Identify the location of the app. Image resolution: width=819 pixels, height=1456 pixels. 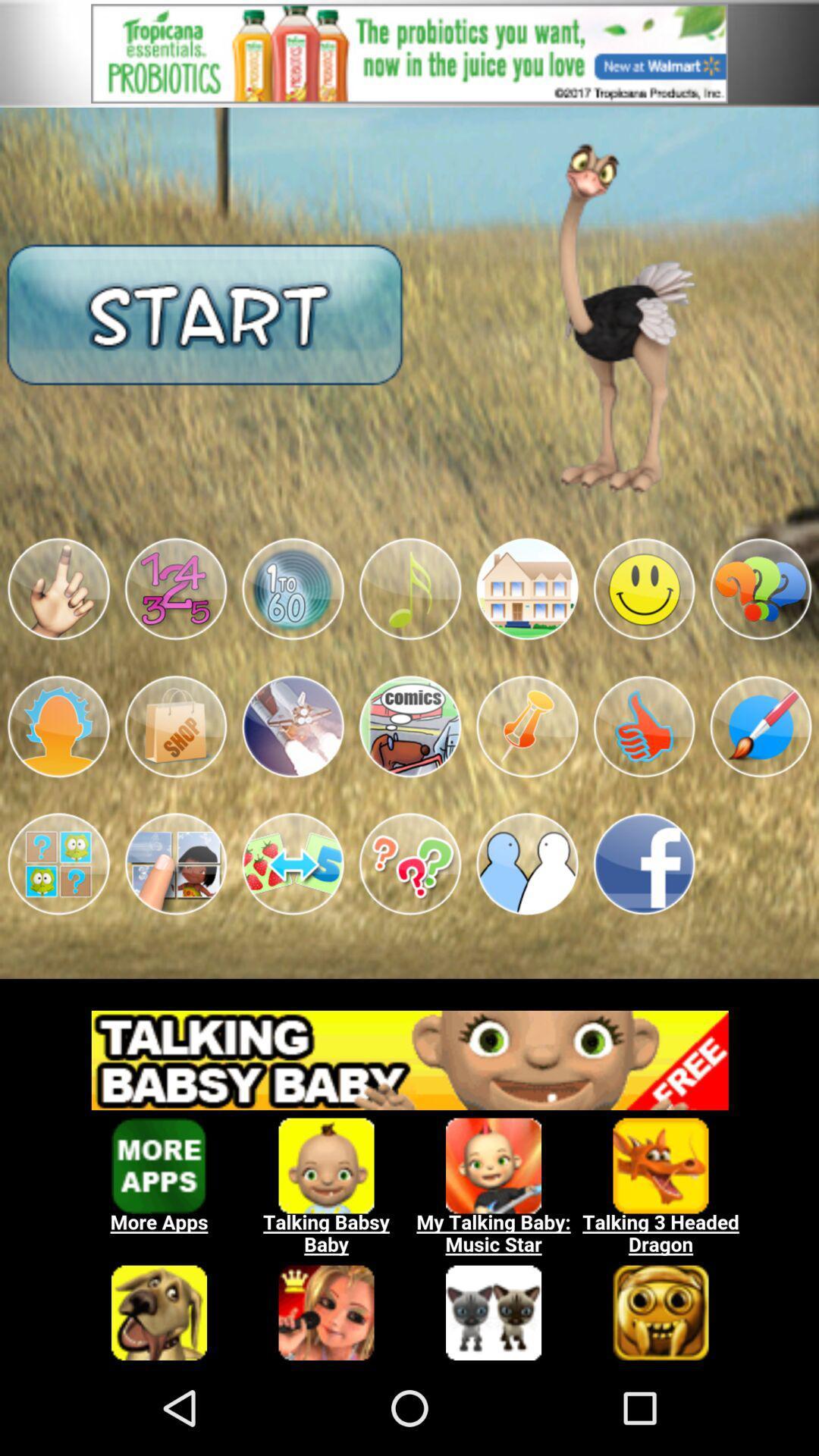
(293, 864).